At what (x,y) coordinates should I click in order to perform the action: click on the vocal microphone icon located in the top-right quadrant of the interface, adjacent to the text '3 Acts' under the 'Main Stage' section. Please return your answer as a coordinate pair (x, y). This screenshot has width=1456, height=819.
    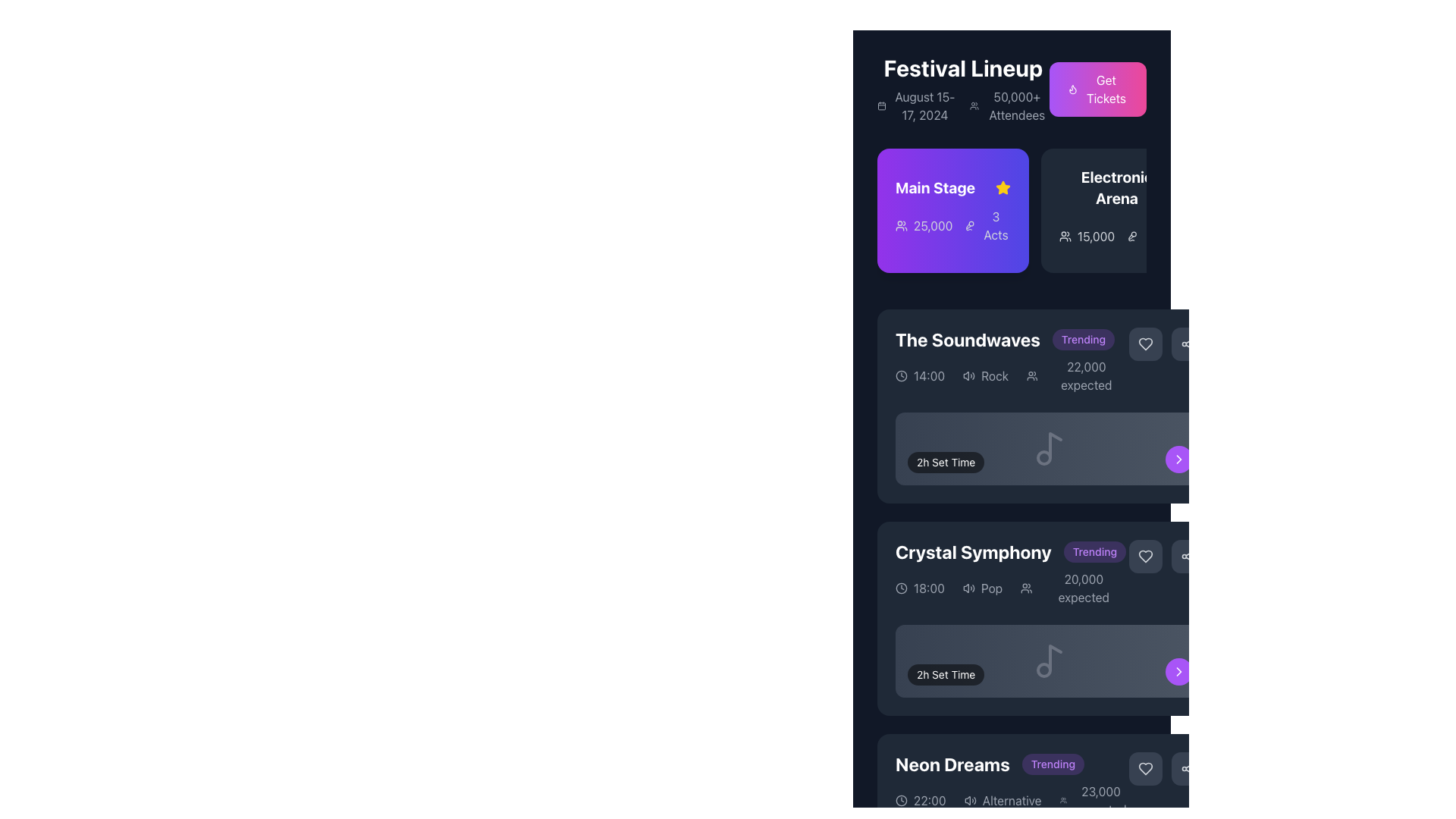
    Looking at the image, I should click on (969, 225).